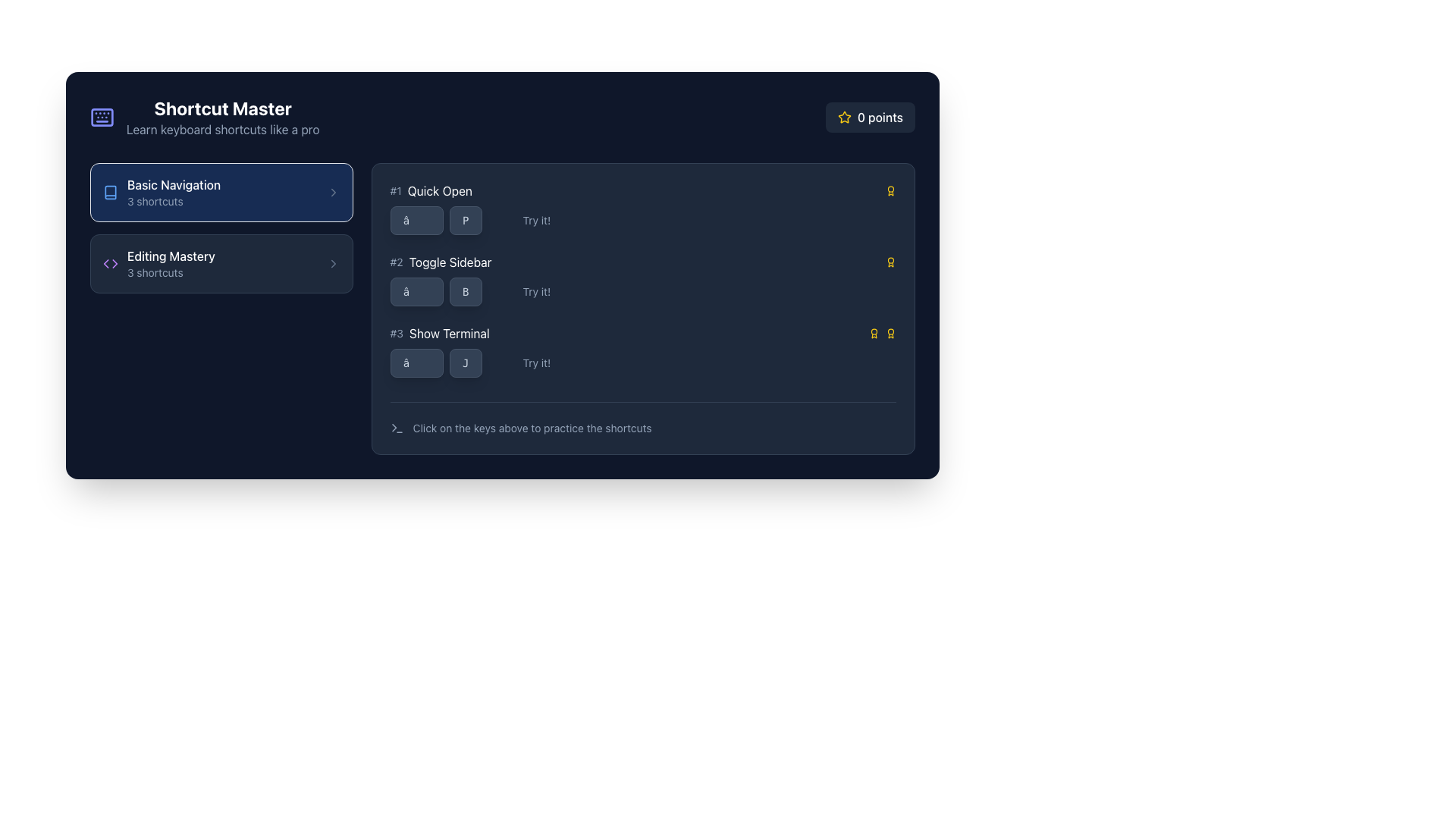 This screenshot has height=819, width=1456. I want to click on the Icon group that indicates achievement or awards, located in the top-right corner of the '#3 Show Terminal' row, so click(882, 332).